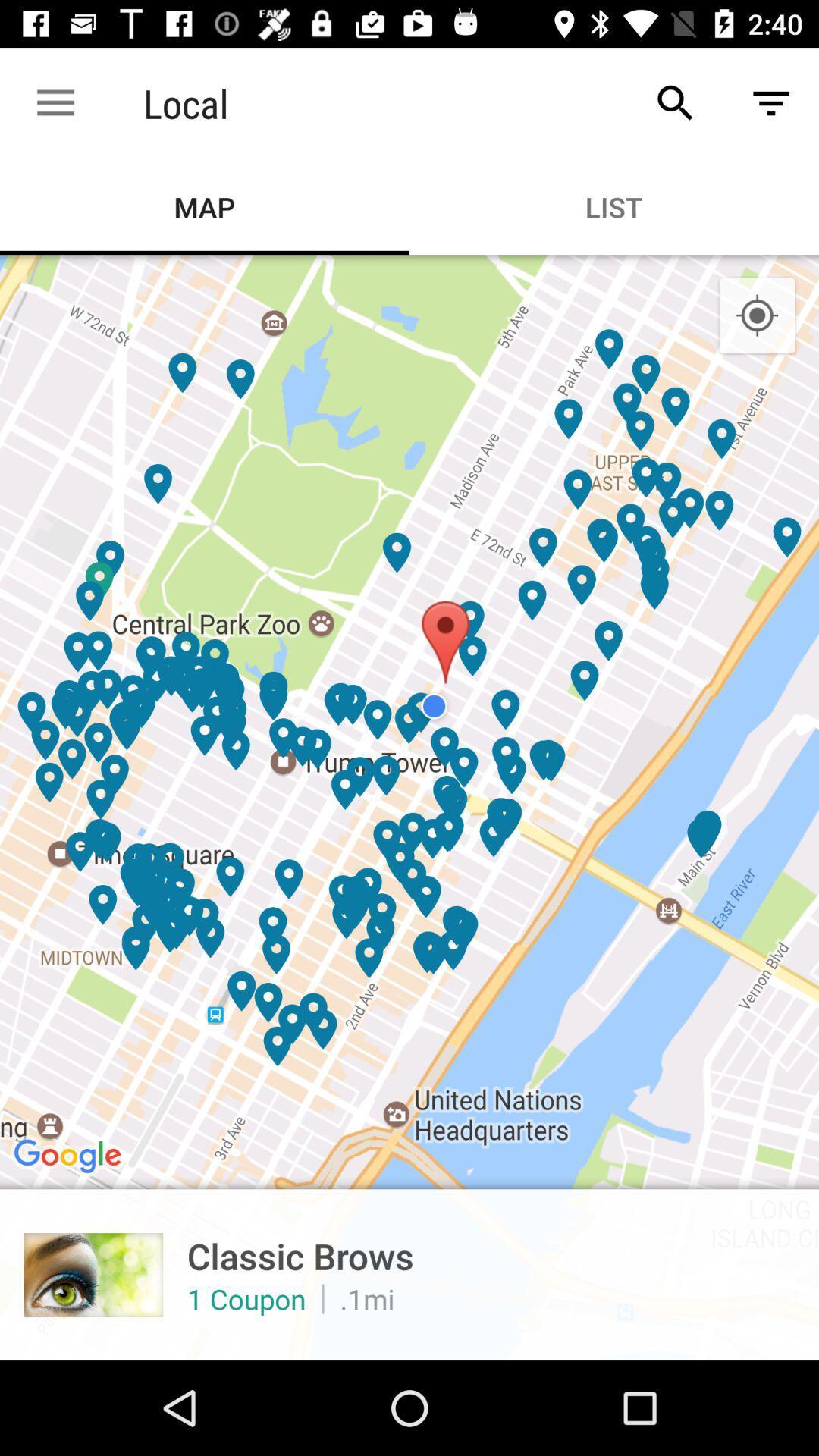 This screenshot has height=1456, width=819. Describe the element at coordinates (55, 102) in the screenshot. I see `the item next to local app` at that location.